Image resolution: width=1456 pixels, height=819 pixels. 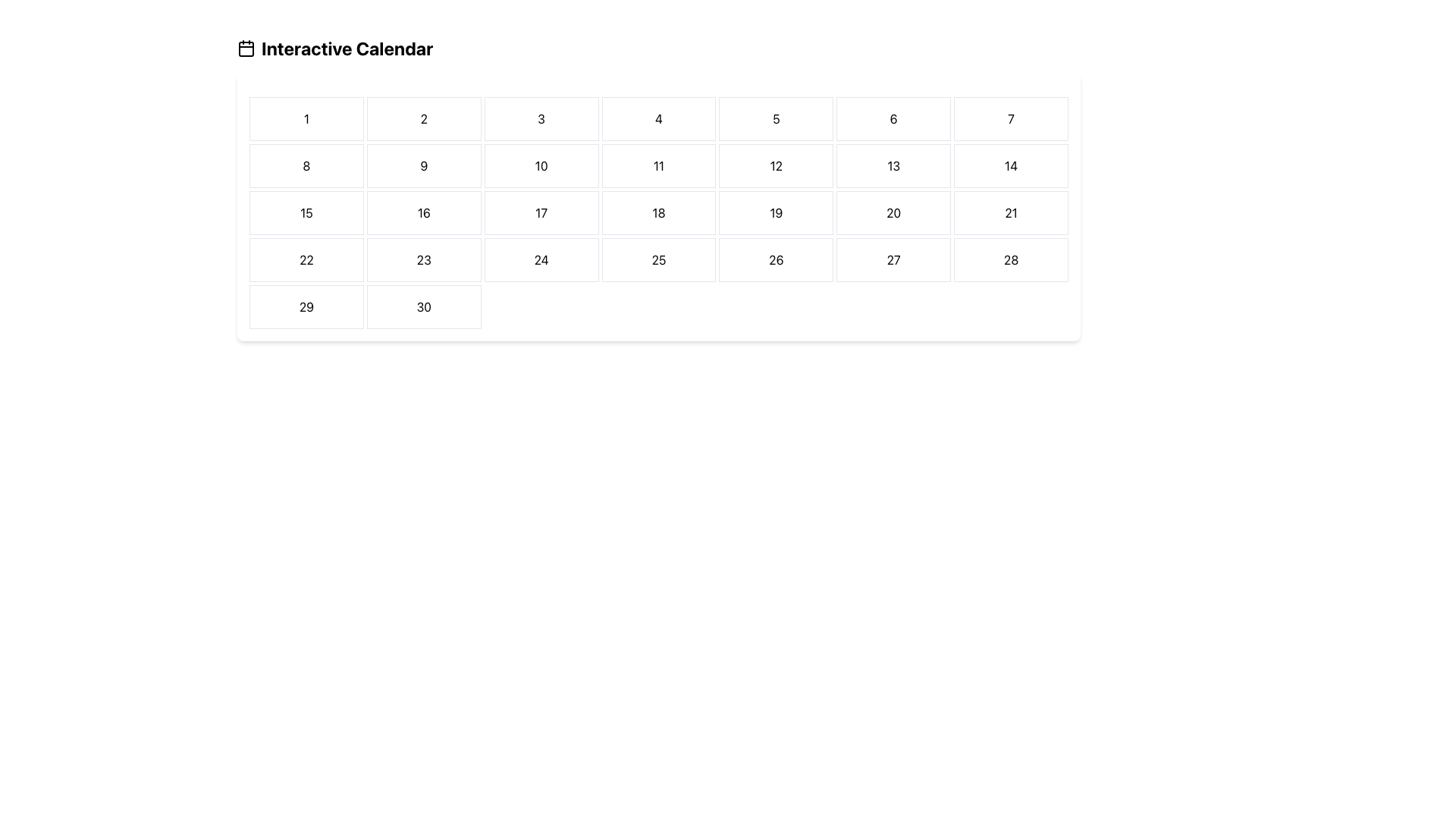 I want to click on the grid item representing the number '8' located in the second row and first column of the calendar interface, so click(x=306, y=166).